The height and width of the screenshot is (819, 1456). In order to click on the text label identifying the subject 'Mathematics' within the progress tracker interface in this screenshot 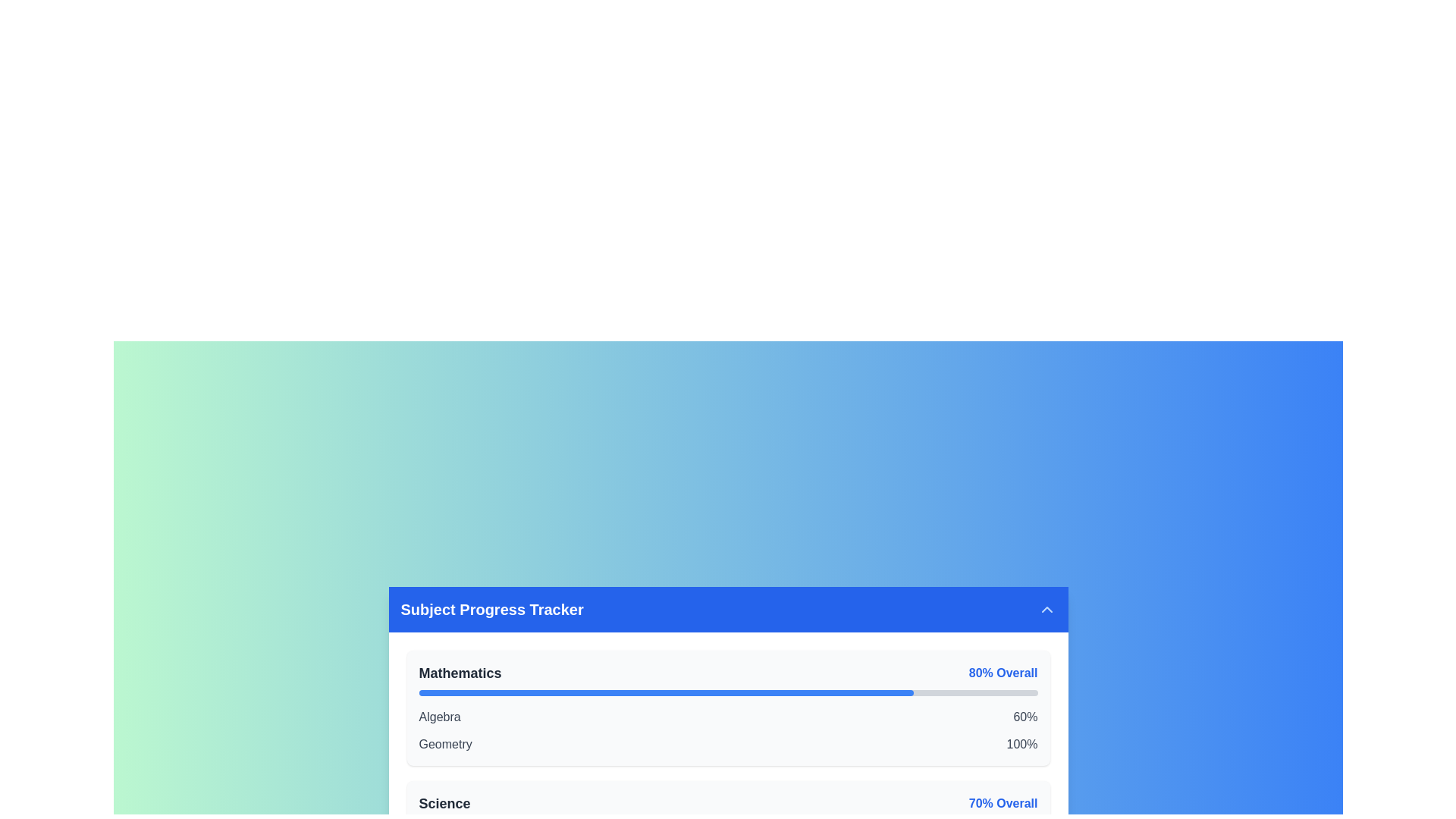, I will do `click(460, 672)`.